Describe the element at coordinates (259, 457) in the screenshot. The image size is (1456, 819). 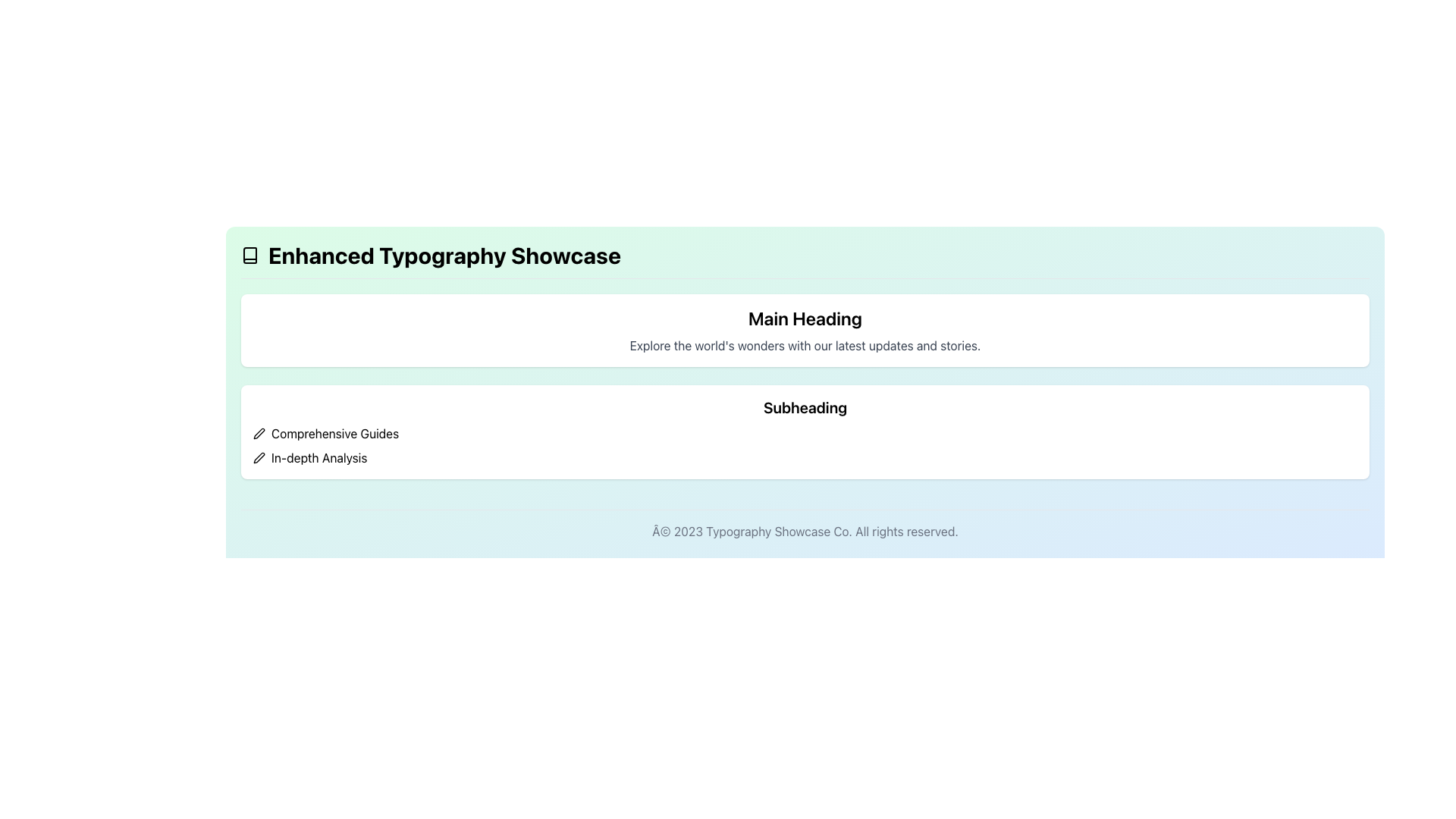
I see `the small black stylized pen icon located to the left of the text 'Comprehensive Guides'` at that location.